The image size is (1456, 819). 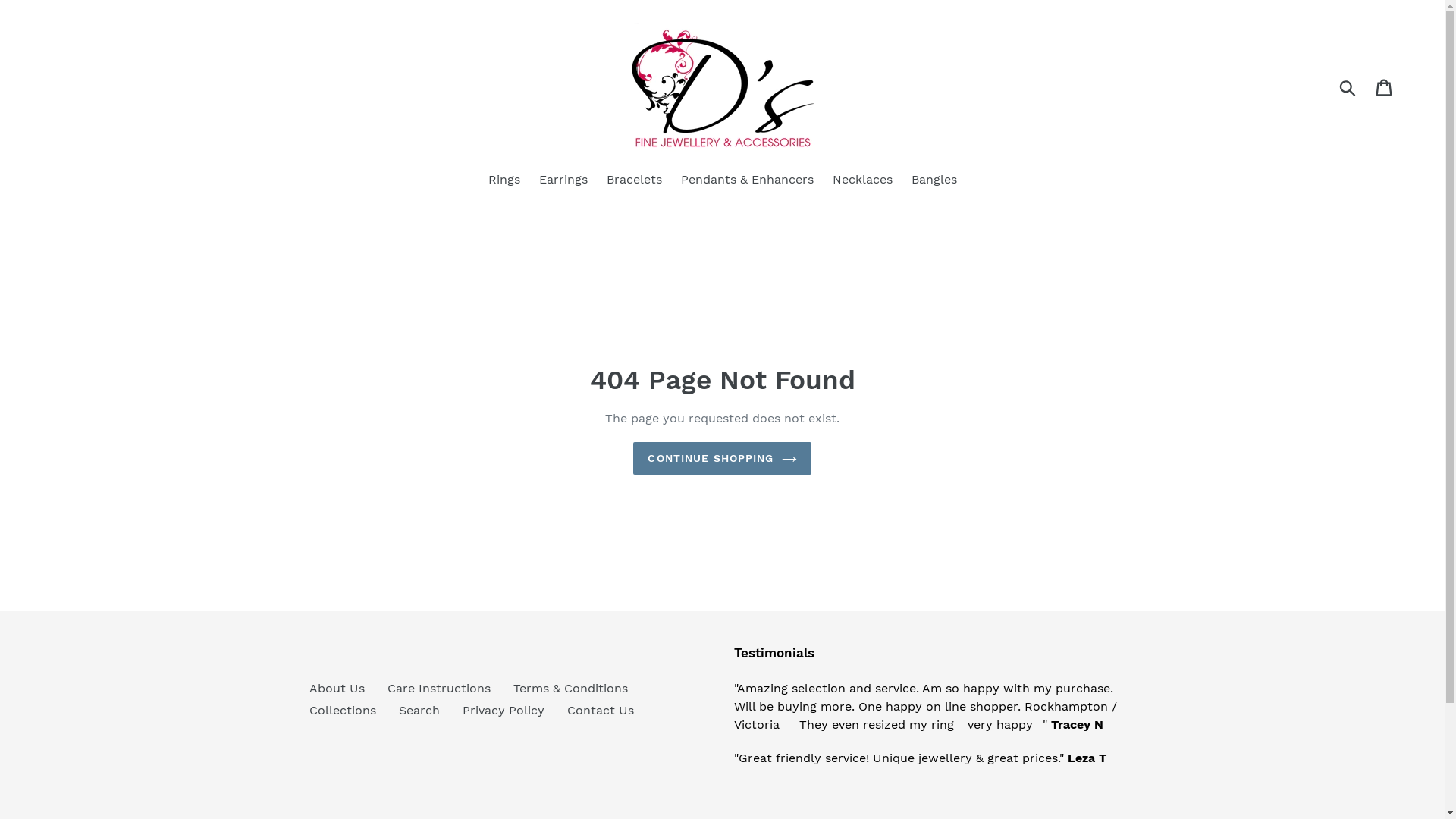 I want to click on 'About Us', so click(x=336, y=688).